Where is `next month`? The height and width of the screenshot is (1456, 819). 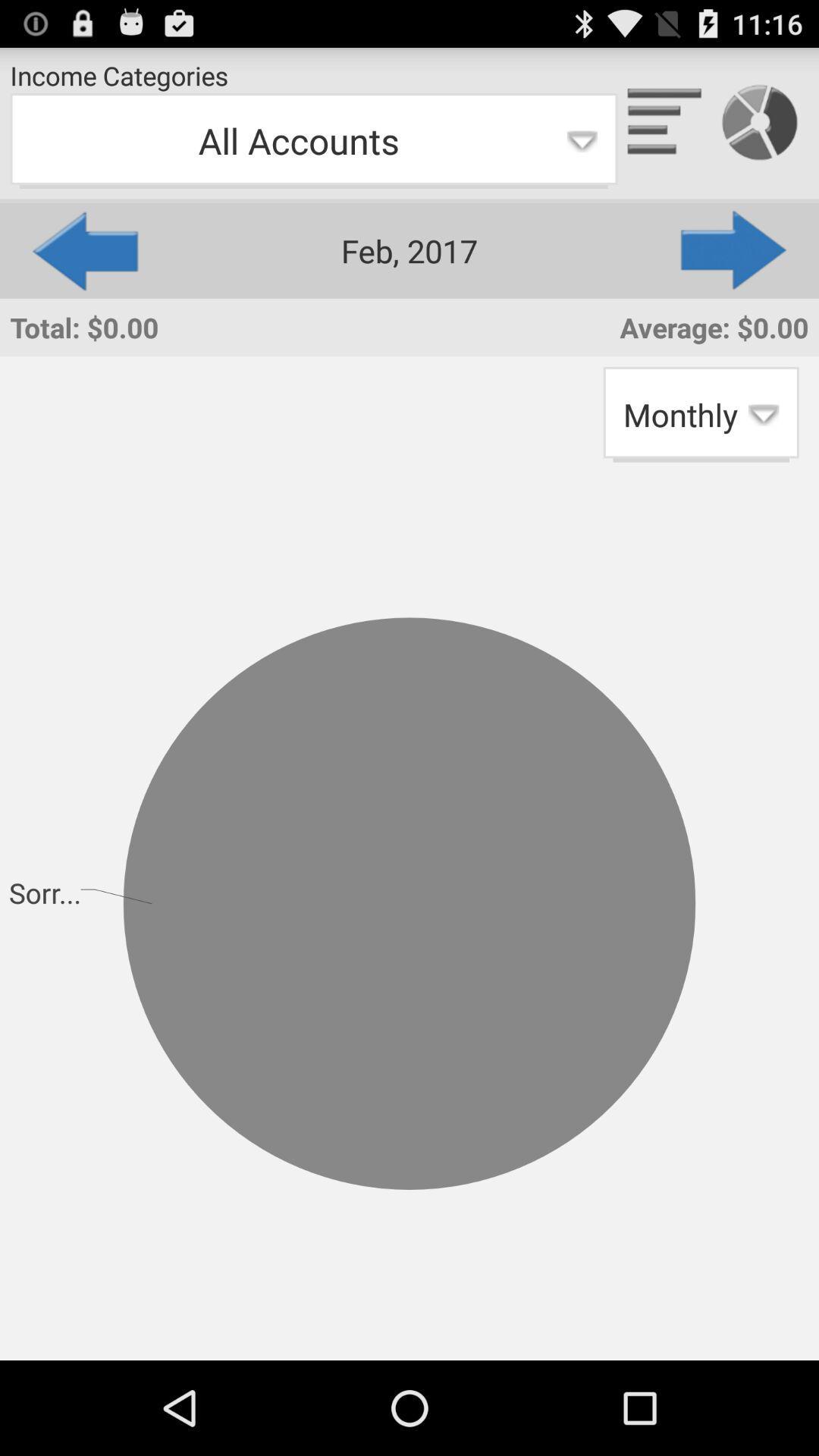
next month is located at coordinates (734, 250).